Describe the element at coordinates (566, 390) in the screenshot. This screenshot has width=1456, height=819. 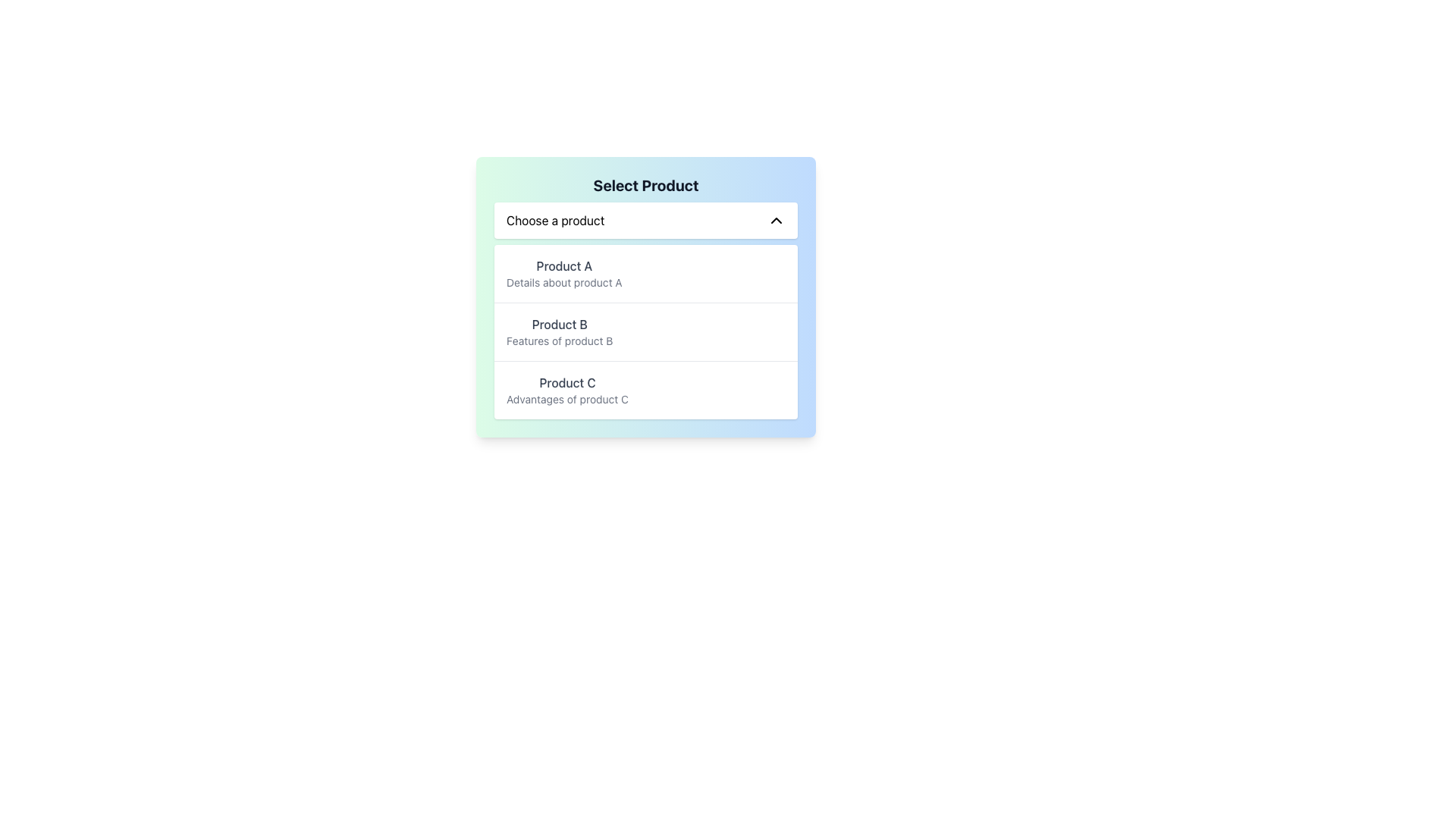
I see `the third option in the dropdown list` at that location.